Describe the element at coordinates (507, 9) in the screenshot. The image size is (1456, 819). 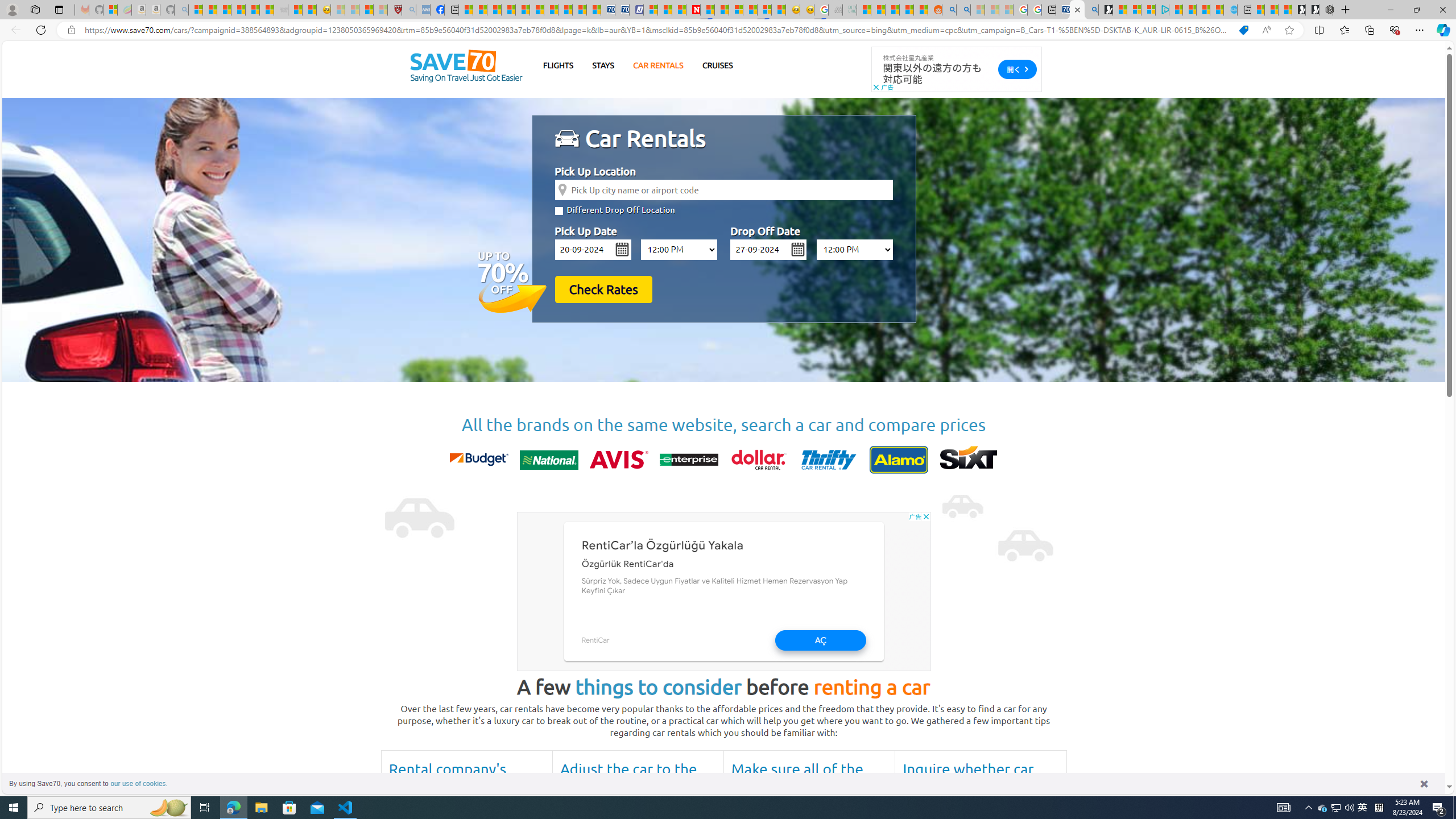
I see `'Climate Damage Becomes Too Severe To Reverse'` at that location.